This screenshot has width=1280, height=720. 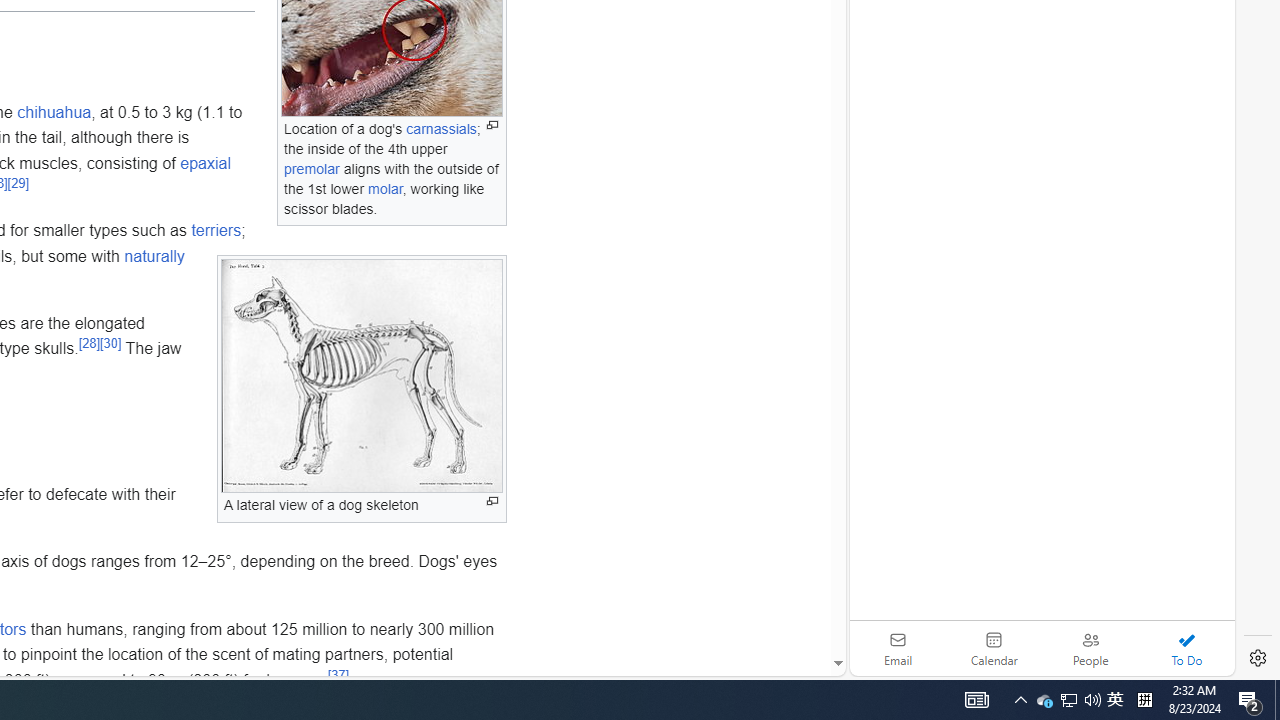 What do you see at coordinates (311, 168) in the screenshot?
I see `'premolar'` at bounding box center [311, 168].